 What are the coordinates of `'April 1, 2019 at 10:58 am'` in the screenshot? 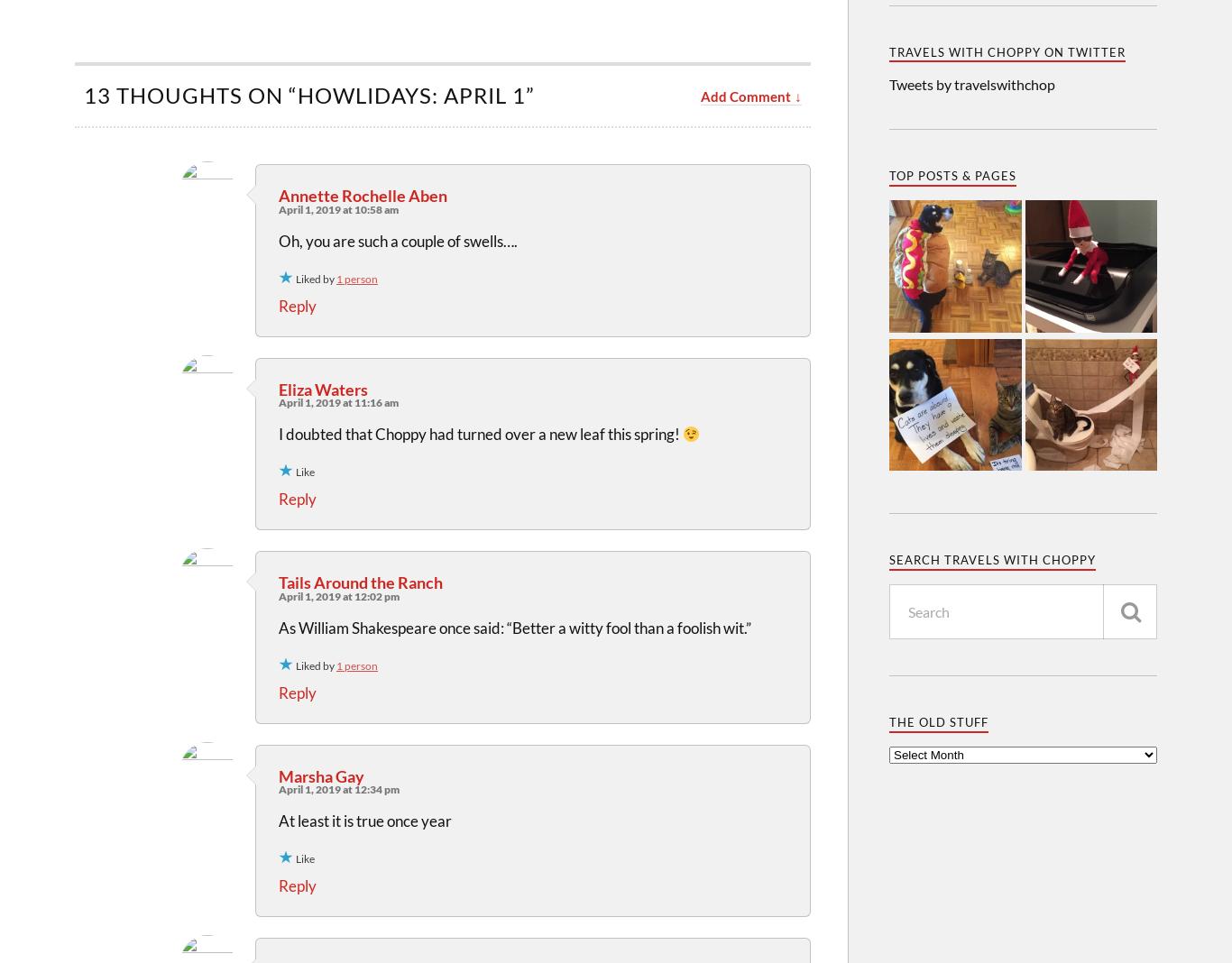 It's located at (337, 208).